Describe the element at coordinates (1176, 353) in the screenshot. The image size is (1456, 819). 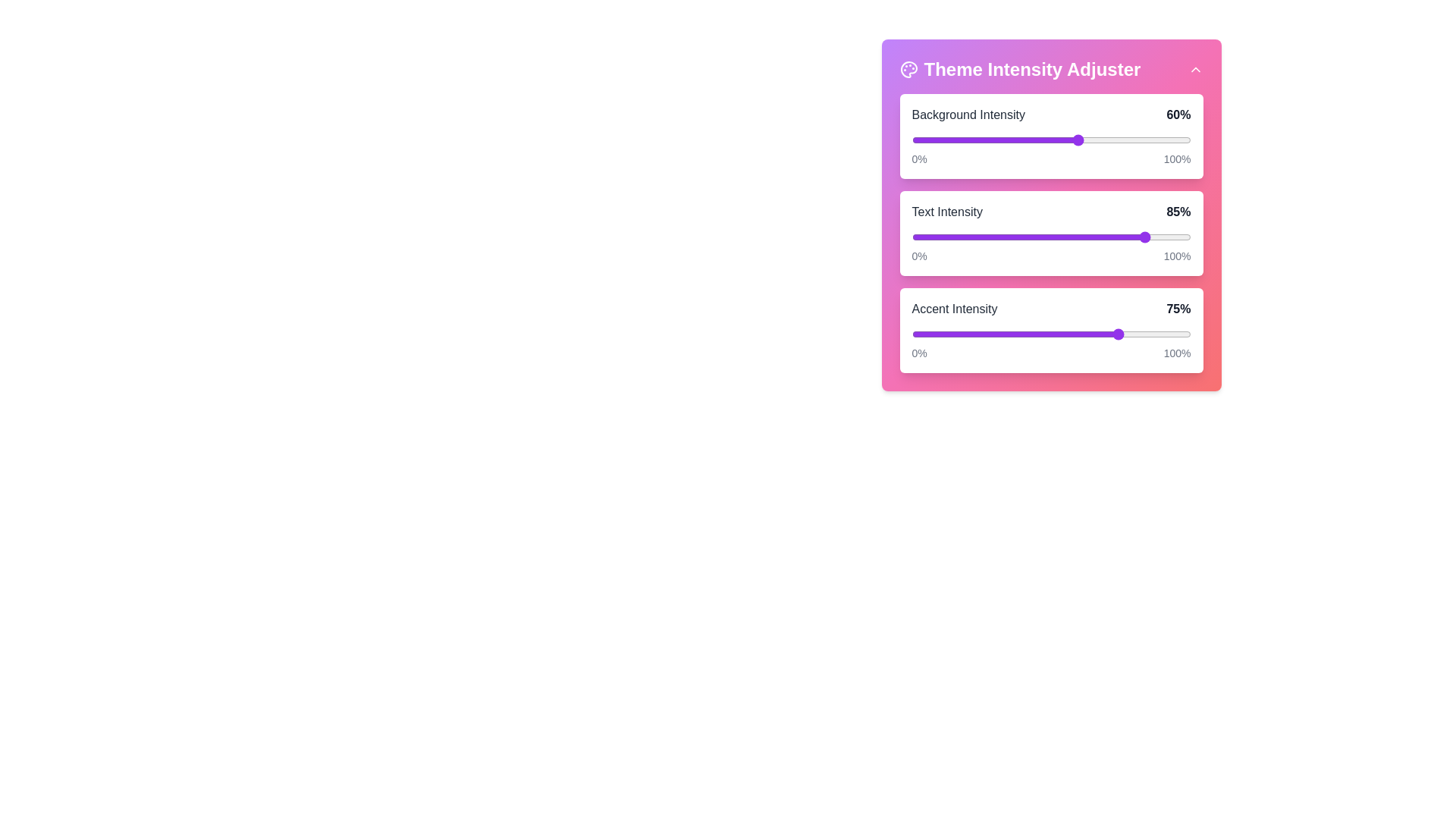
I see `the static text label displaying '100%' for the 'Accent Intensity' slider in the 'Theme Intensity Adjuster' panel` at that location.